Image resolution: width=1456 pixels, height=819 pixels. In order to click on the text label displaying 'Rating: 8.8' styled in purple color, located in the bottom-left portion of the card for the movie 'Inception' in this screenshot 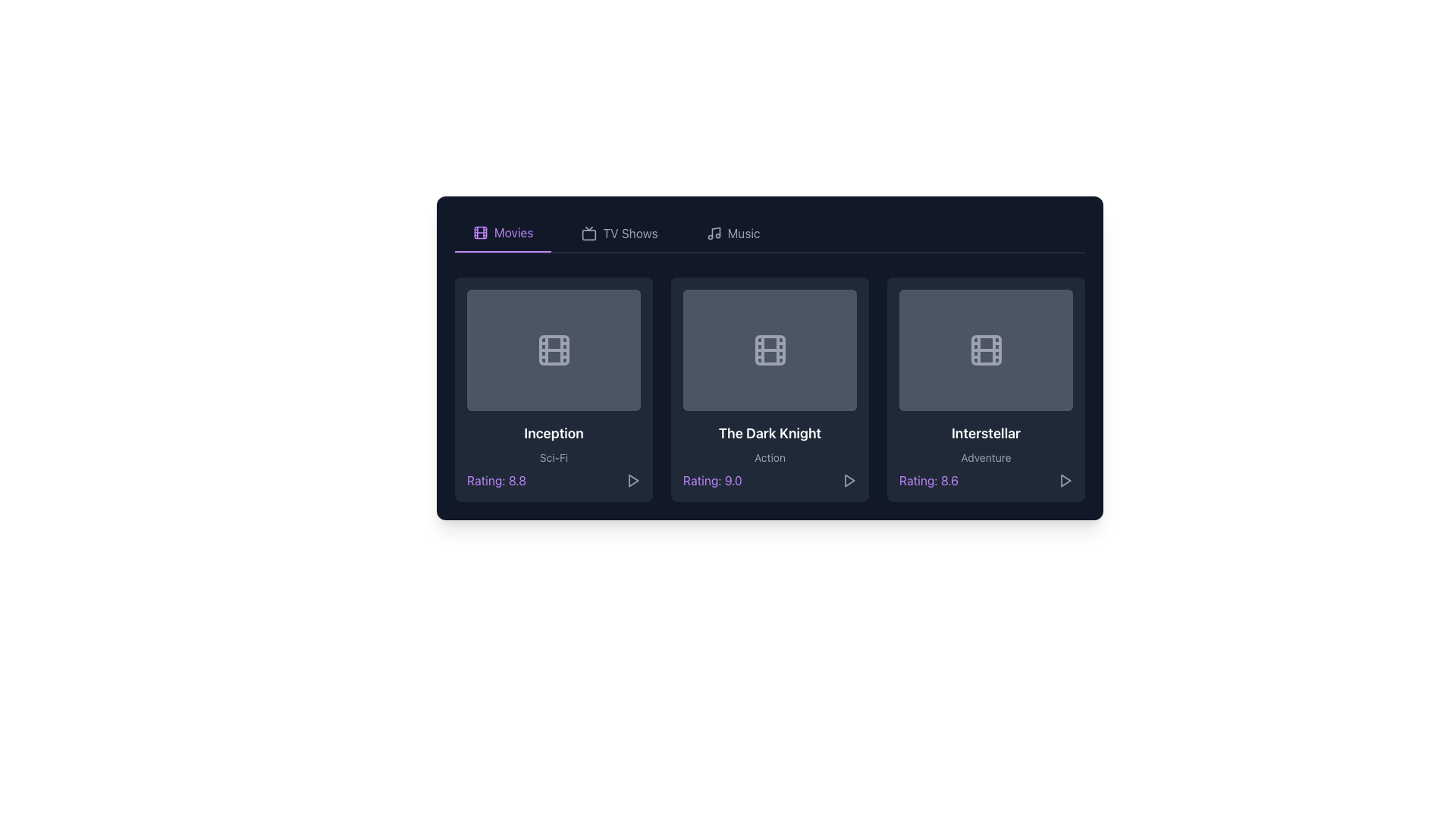, I will do `click(497, 480)`.